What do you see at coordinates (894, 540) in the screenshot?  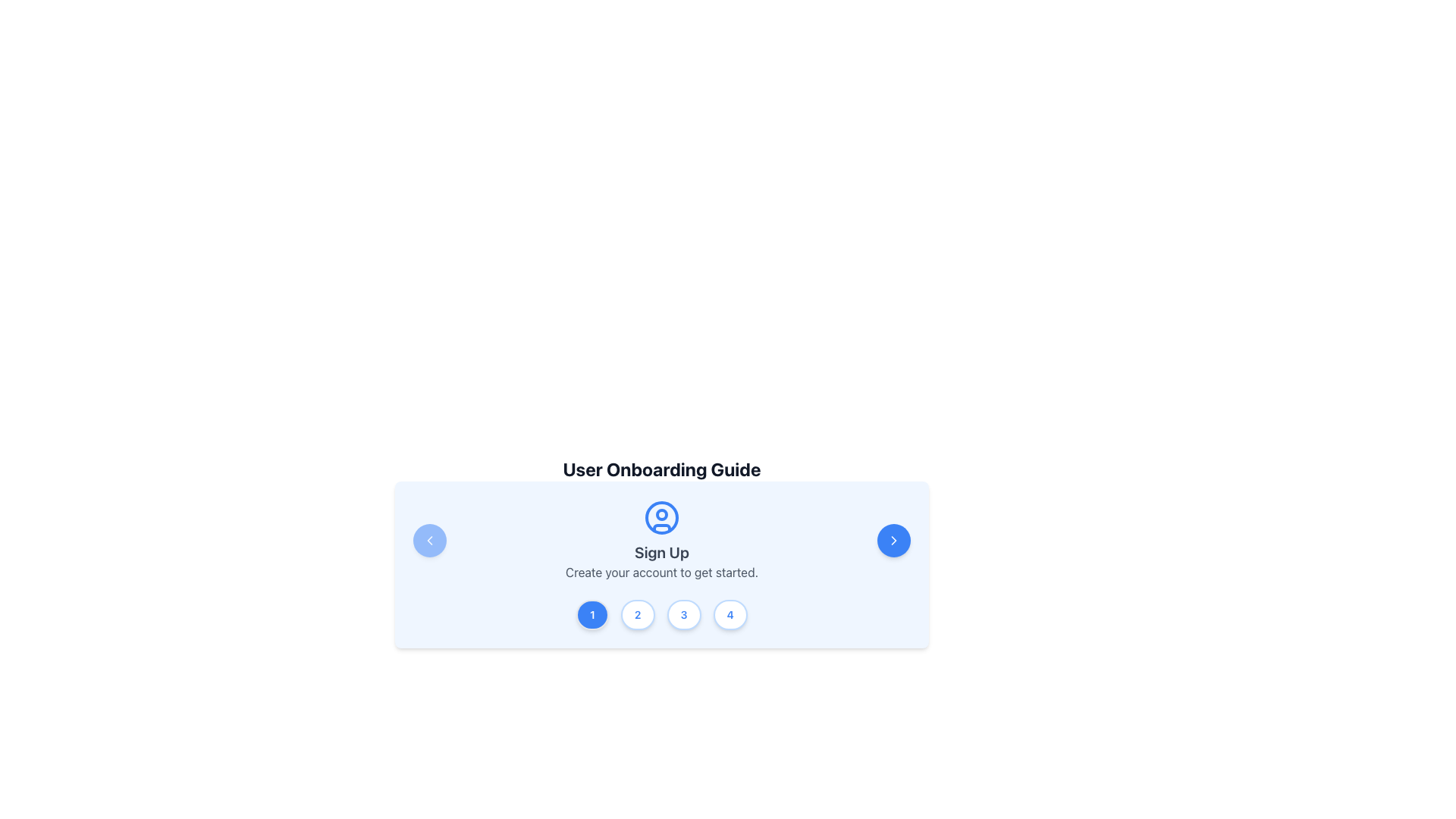 I see `the rightward chevron glyph icon located in the bottom-right portion of the panel` at bounding box center [894, 540].